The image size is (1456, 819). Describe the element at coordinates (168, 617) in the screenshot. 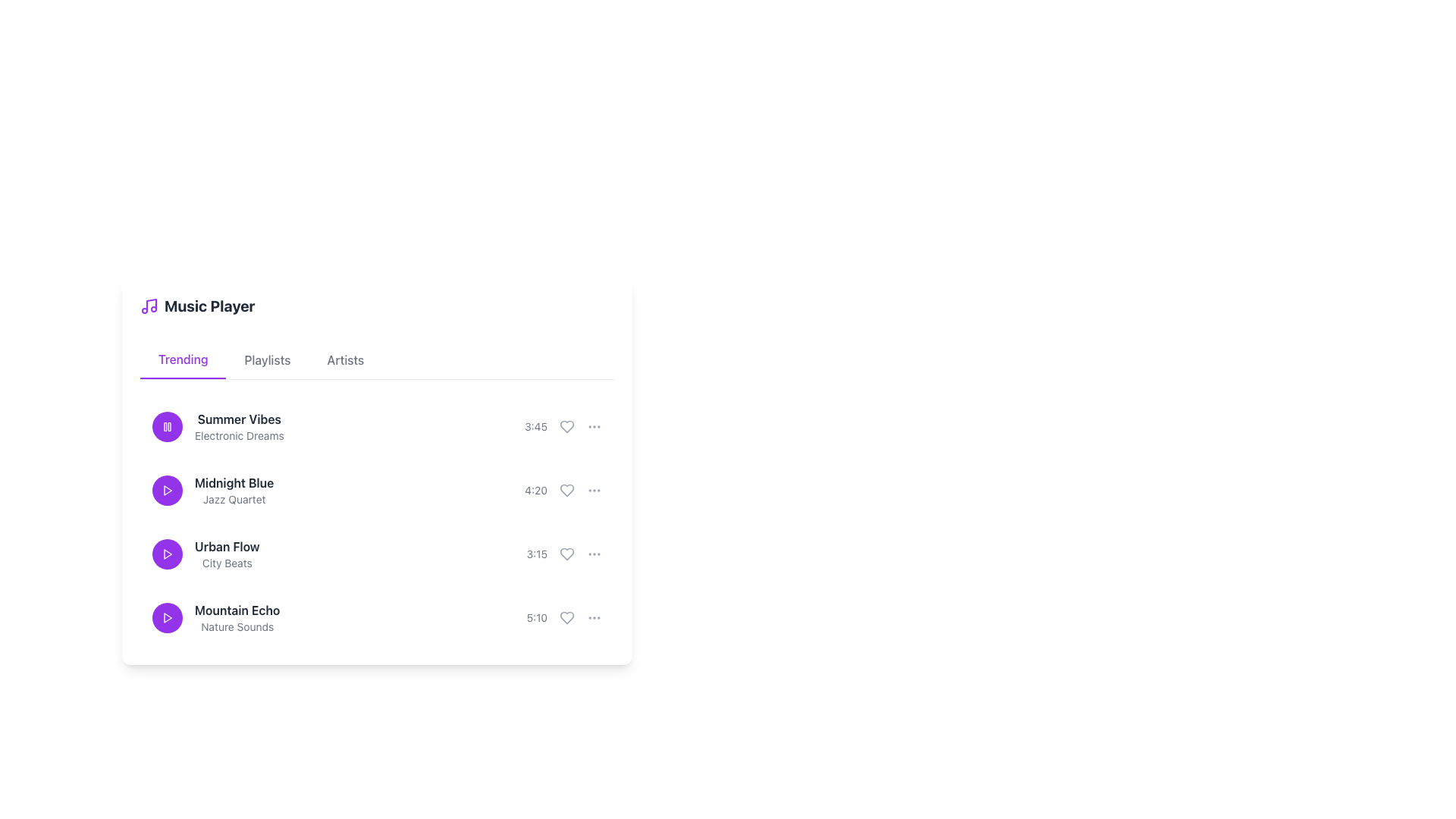

I see `the triangular play button icon with a purple fill and white border located in the last row under the 'Mountain Echo' entry in the 'Trending' tab to play the associated track` at that location.